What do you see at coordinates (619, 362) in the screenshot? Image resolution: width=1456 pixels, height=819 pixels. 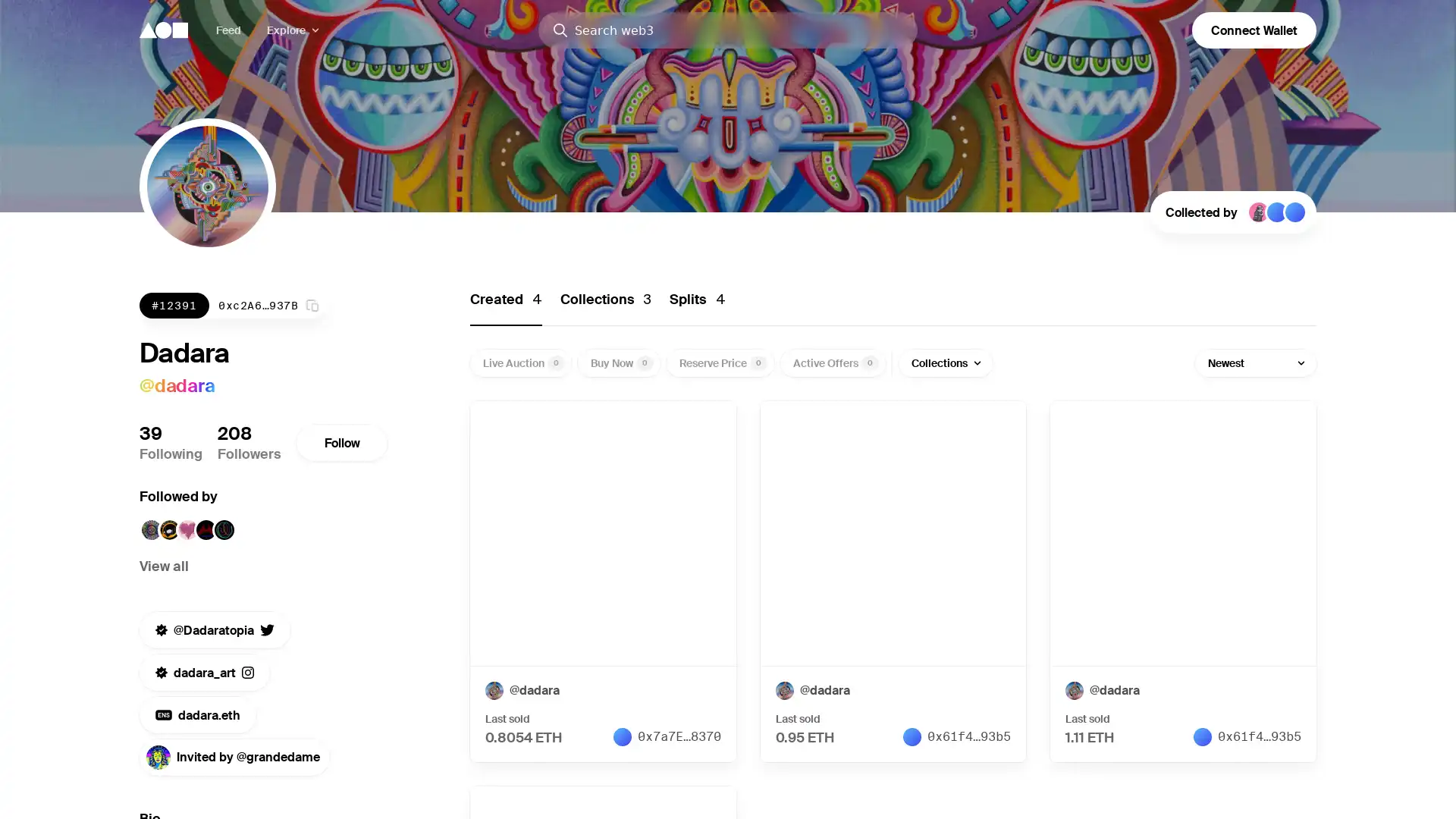 I see `Buy Now 0` at bounding box center [619, 362].